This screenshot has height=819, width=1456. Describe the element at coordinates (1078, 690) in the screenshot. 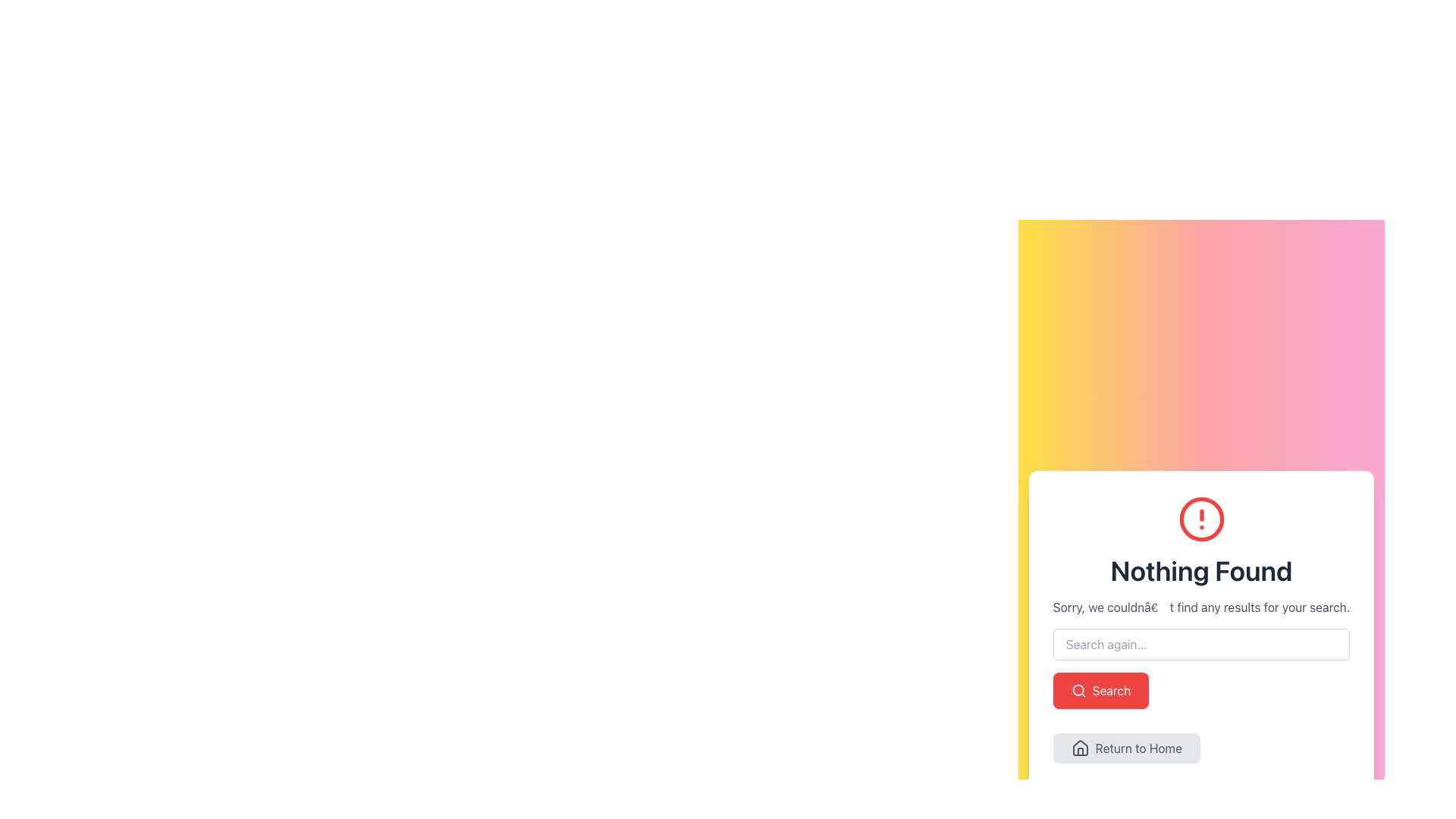

I see `the search icon located within the red 'Search' button at the lower section of the panel, which is centered within the button` at that location.